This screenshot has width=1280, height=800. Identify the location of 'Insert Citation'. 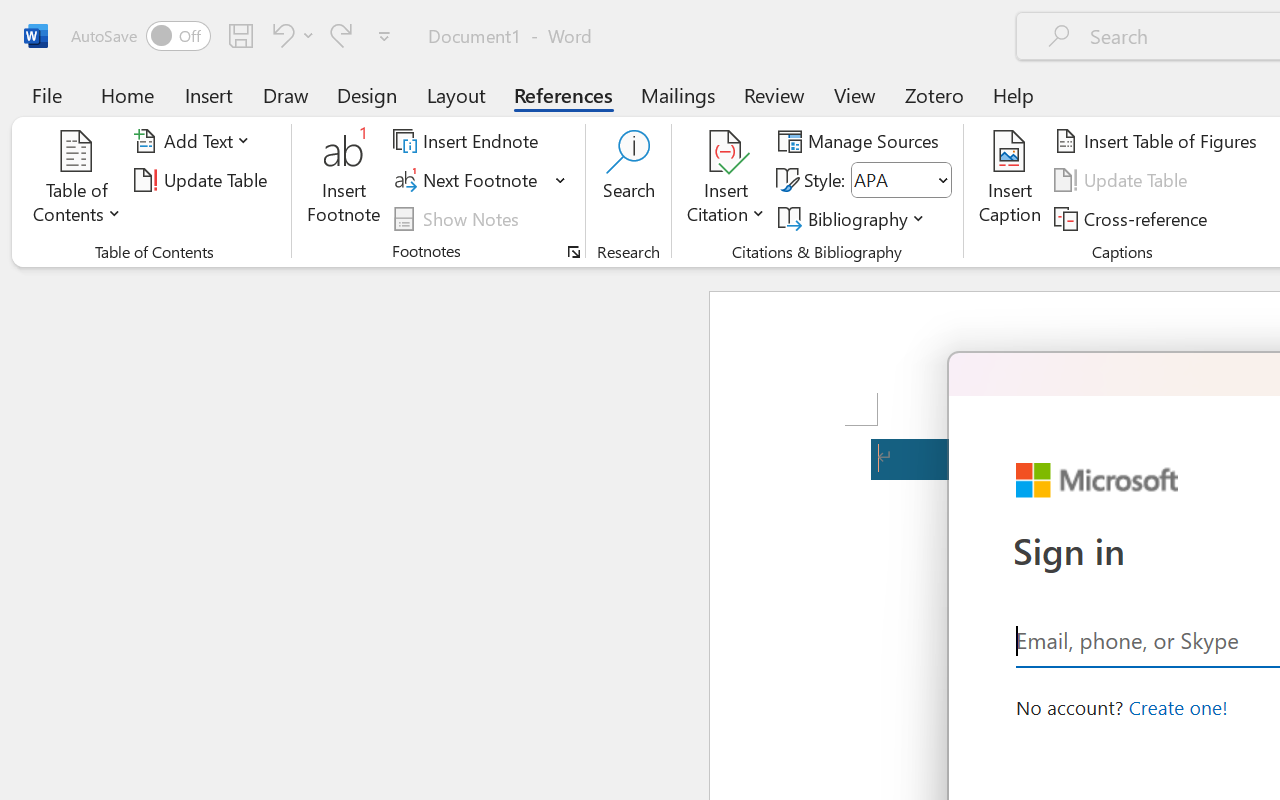
(725, 179).